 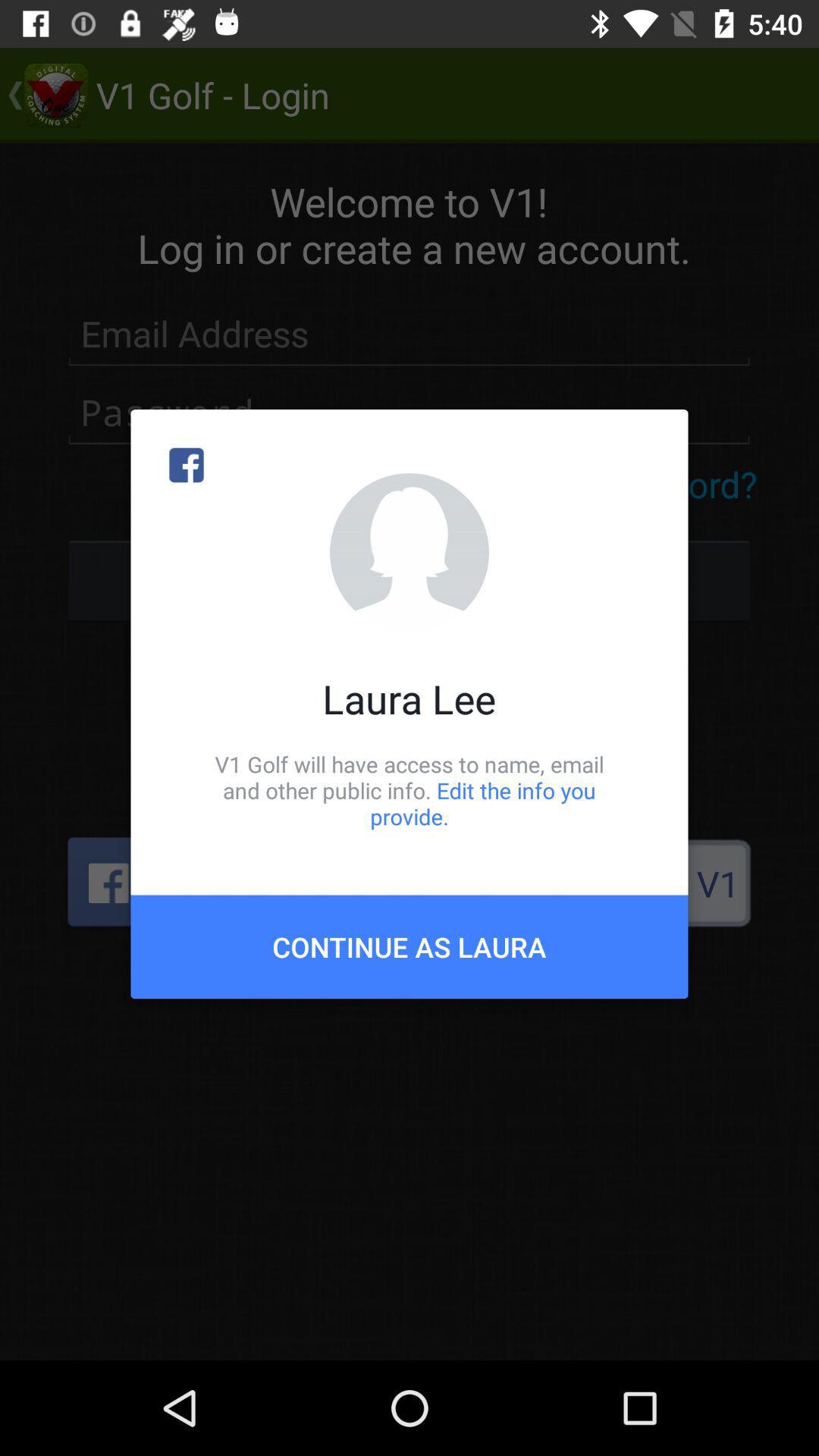 I want to click on v1 golf will icon, so click(x=409, y=789).